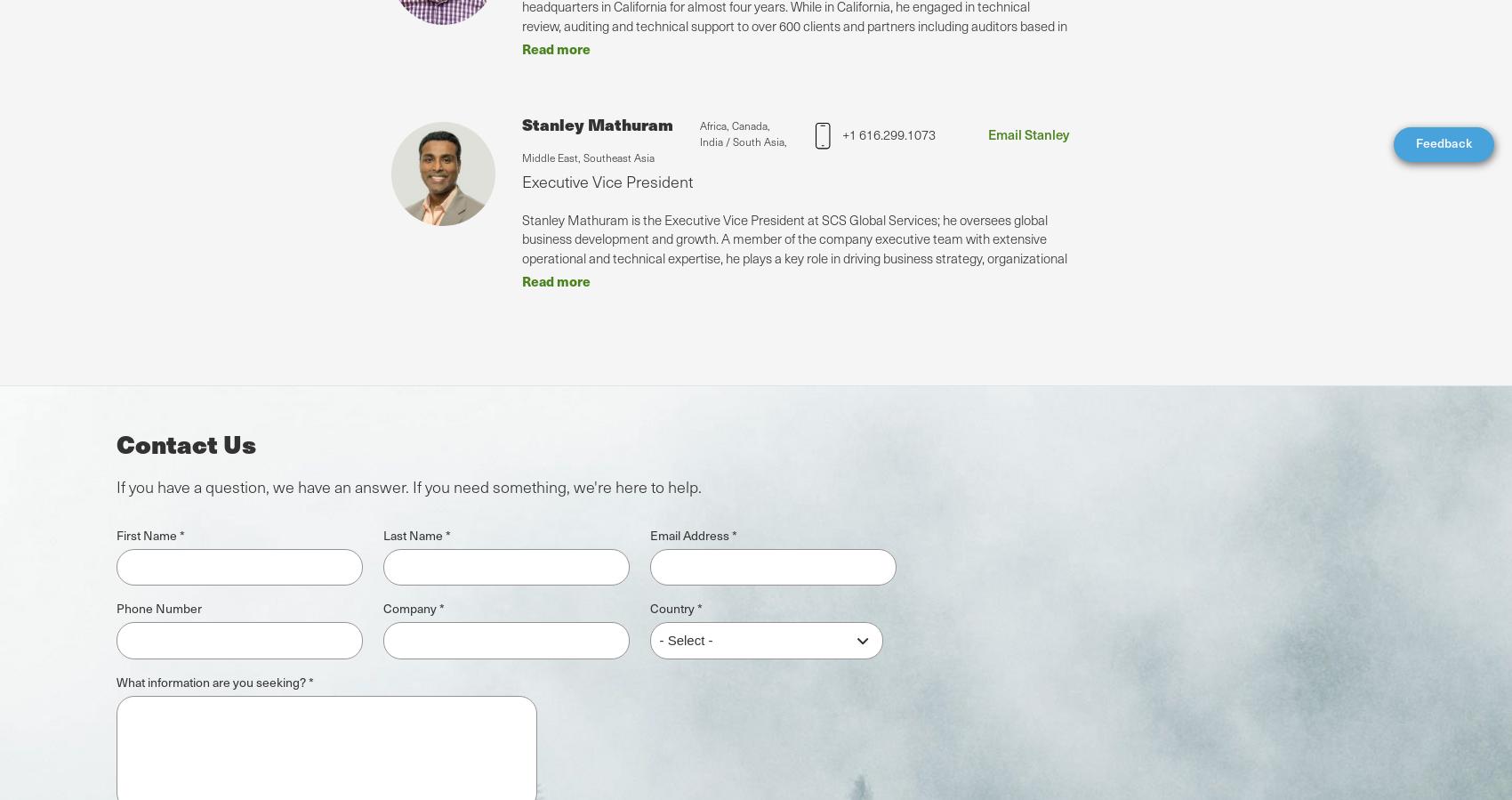 The height and width of the screenshot is (800, 1512). I want to click on 'English', so click(64, 730).